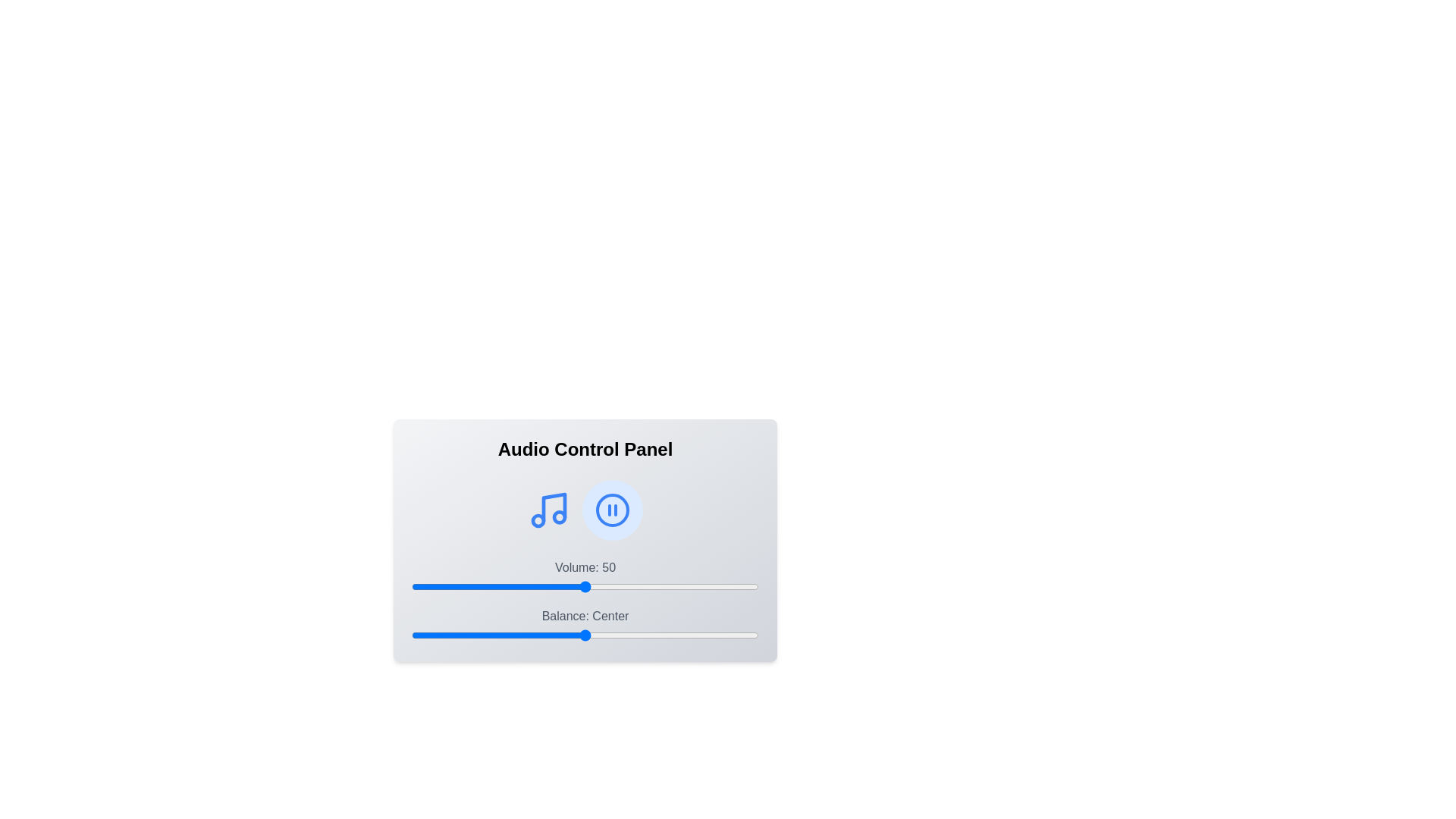 The width and height of the screenshot is (1456, 819). I want to click on the slider value, so click(699, 586).